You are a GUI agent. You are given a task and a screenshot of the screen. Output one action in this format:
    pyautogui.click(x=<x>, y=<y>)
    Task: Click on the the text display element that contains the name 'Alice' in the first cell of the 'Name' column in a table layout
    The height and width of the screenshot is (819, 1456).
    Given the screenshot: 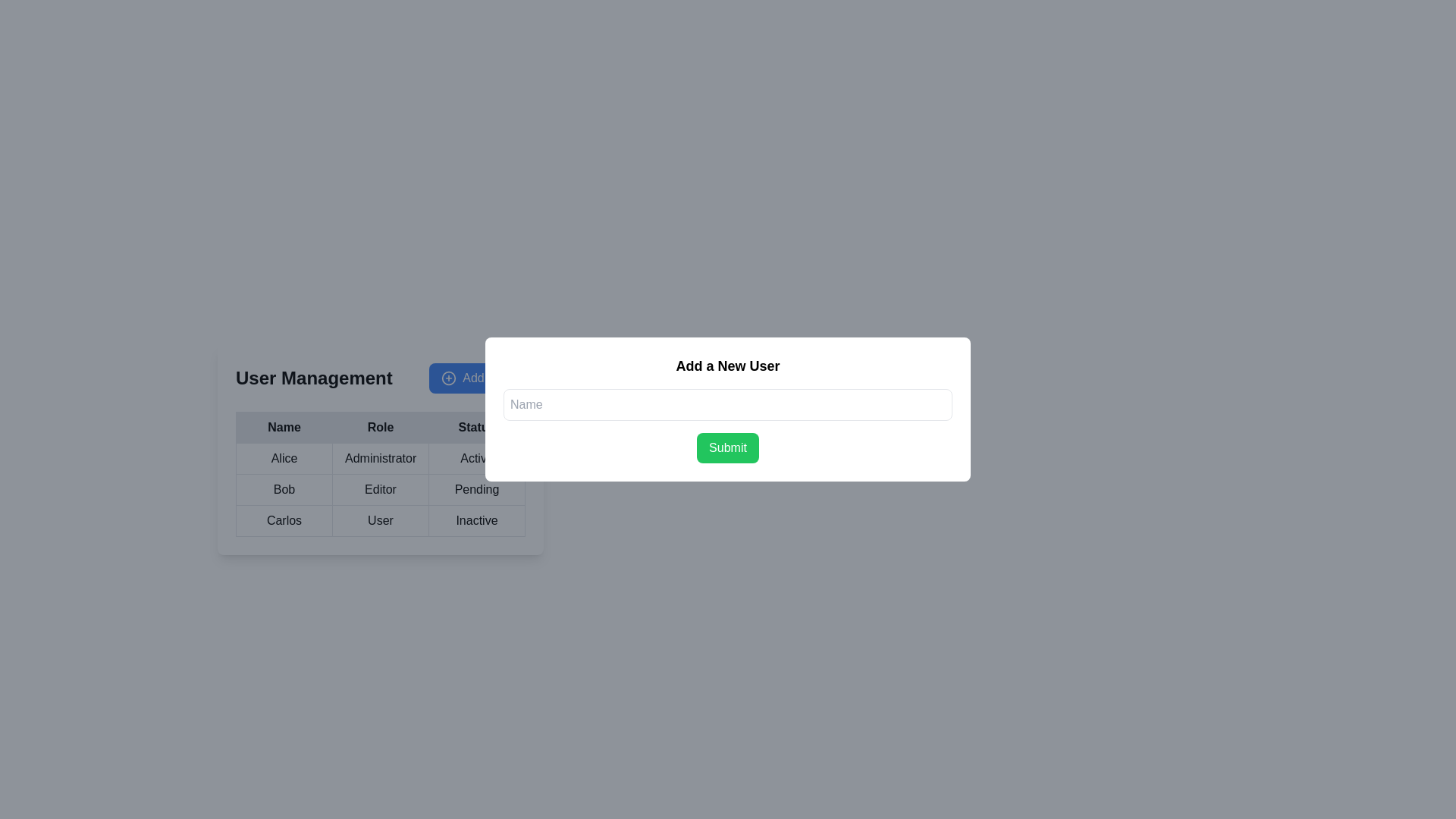 What is the action you would take?
    pyautogui.click(x=284, y=458)
    